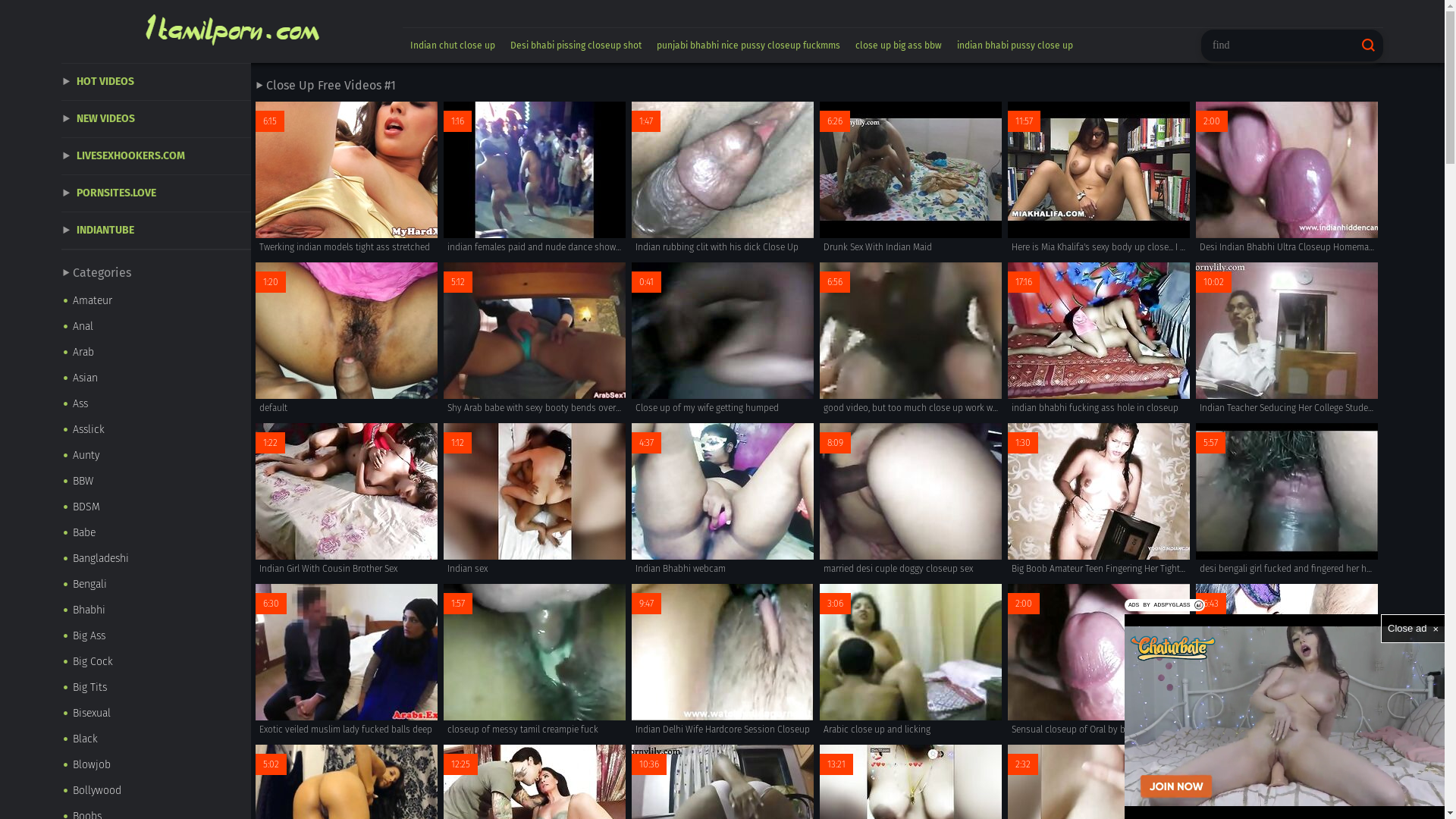 The height and width of the screenshot is (819, 1456). Describe the element at coordinates (345, 500) in the screenshot. I see `'1:22` at that location.